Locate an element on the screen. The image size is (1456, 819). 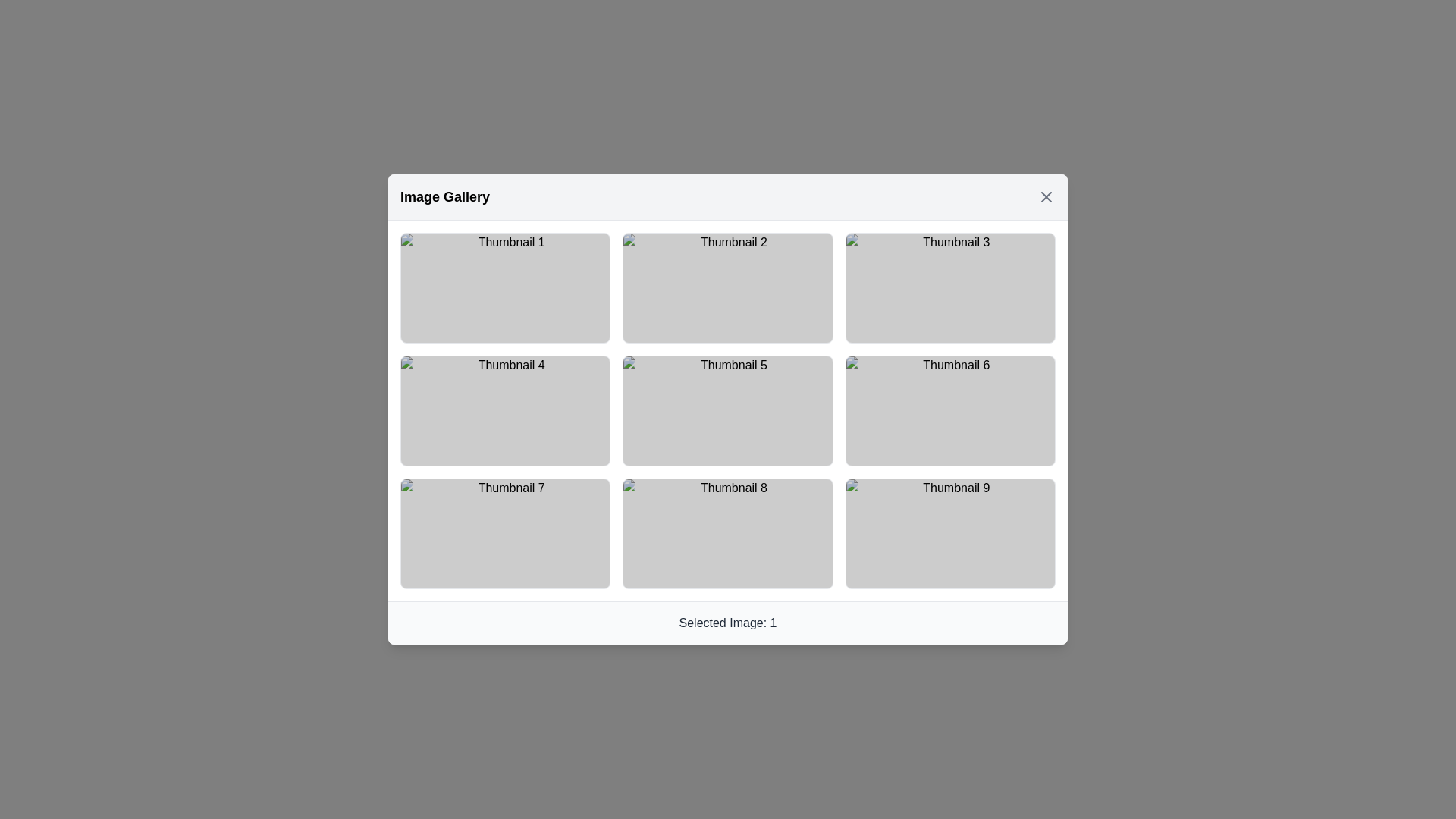
the text label 'Image Gallery', which is prominently displayed in bold and larger font at the top left of the header section is located at coordinates (444, 196).